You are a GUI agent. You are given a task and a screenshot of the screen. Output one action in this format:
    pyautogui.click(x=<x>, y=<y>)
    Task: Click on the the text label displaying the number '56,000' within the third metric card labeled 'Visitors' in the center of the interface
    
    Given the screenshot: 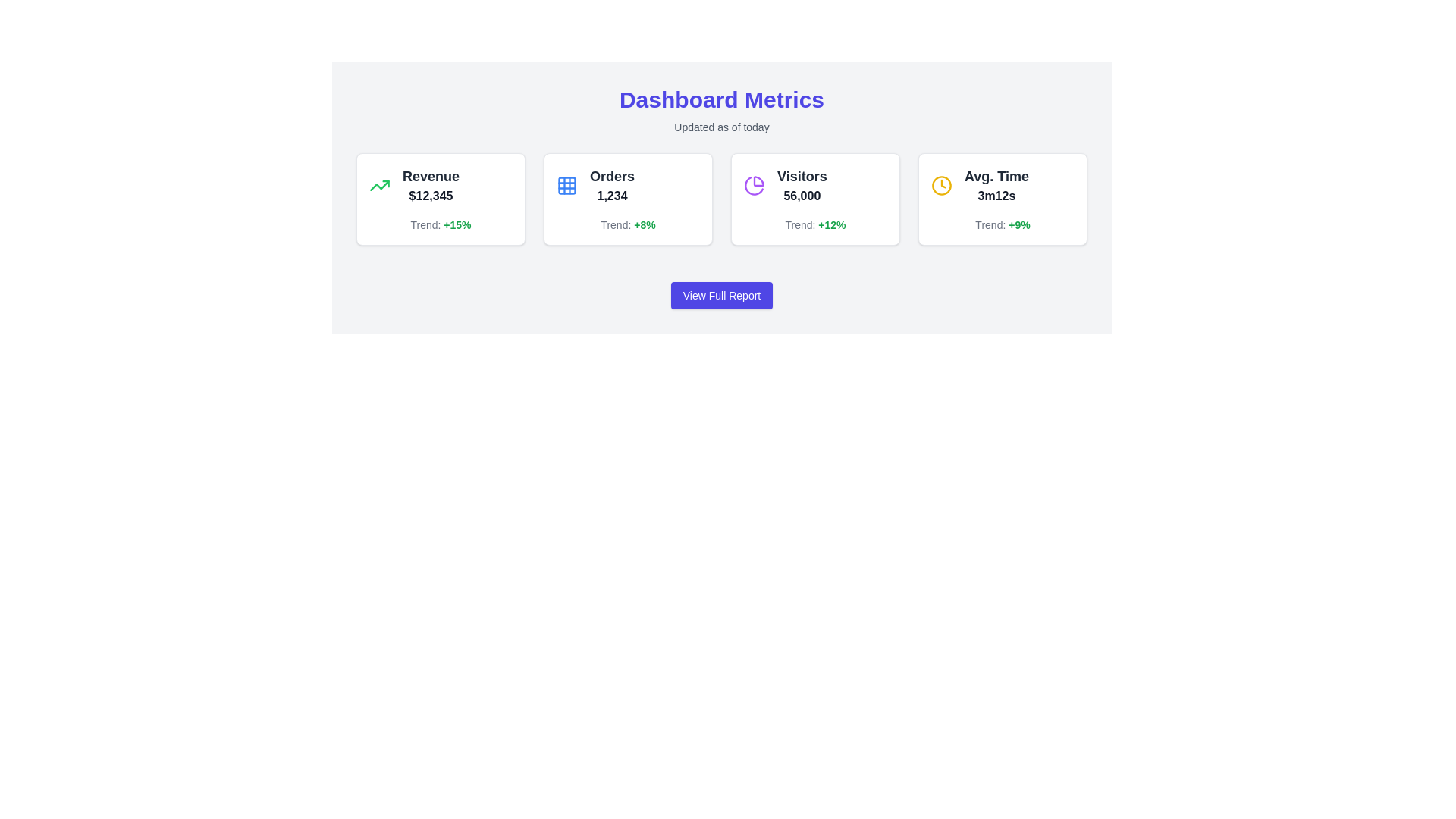 What is the action you would take?
    pyautogui.click(x=801, y=195)
    